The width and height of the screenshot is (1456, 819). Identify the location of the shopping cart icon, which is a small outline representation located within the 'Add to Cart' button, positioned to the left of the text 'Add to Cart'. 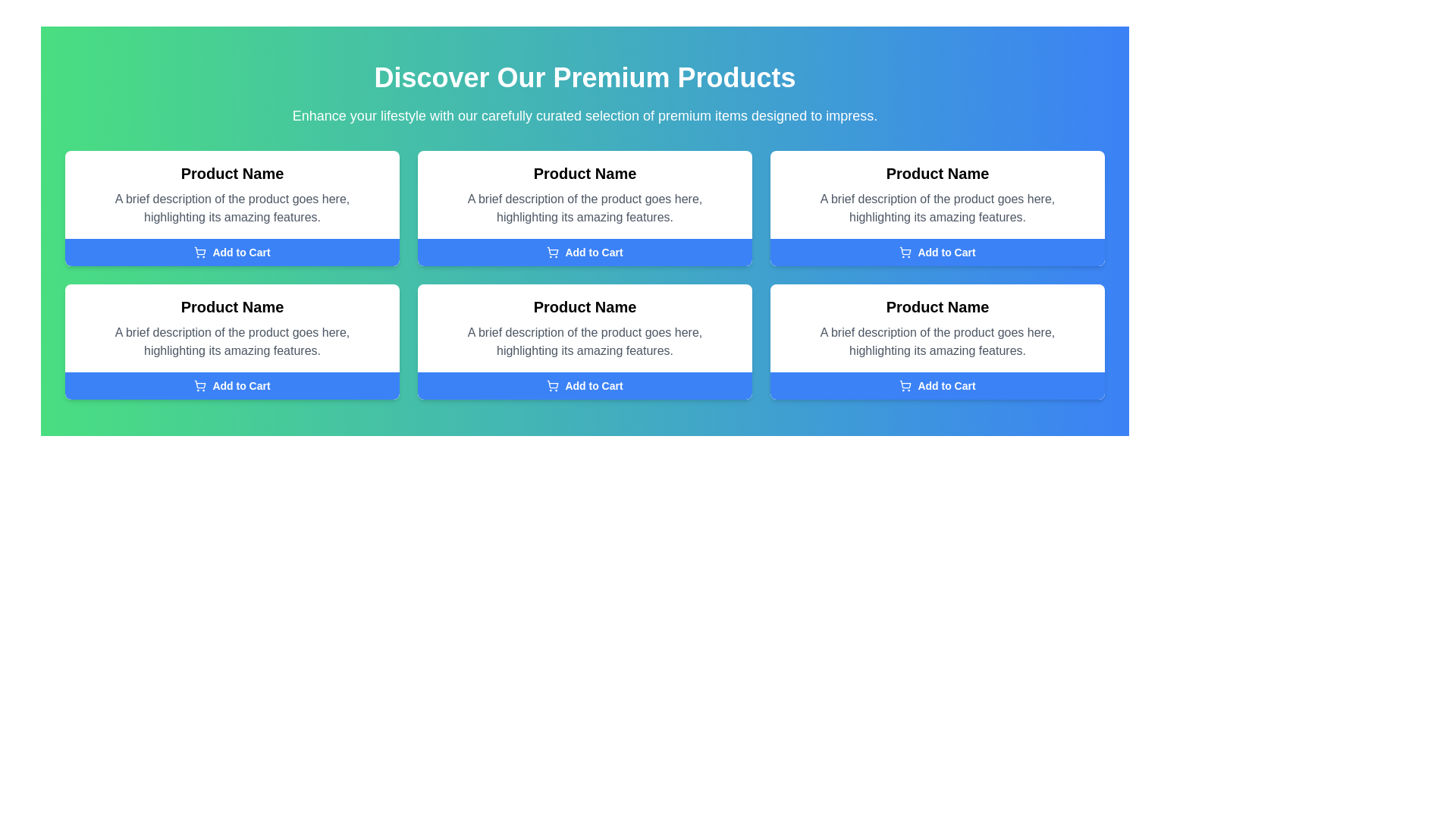
(905, 385).